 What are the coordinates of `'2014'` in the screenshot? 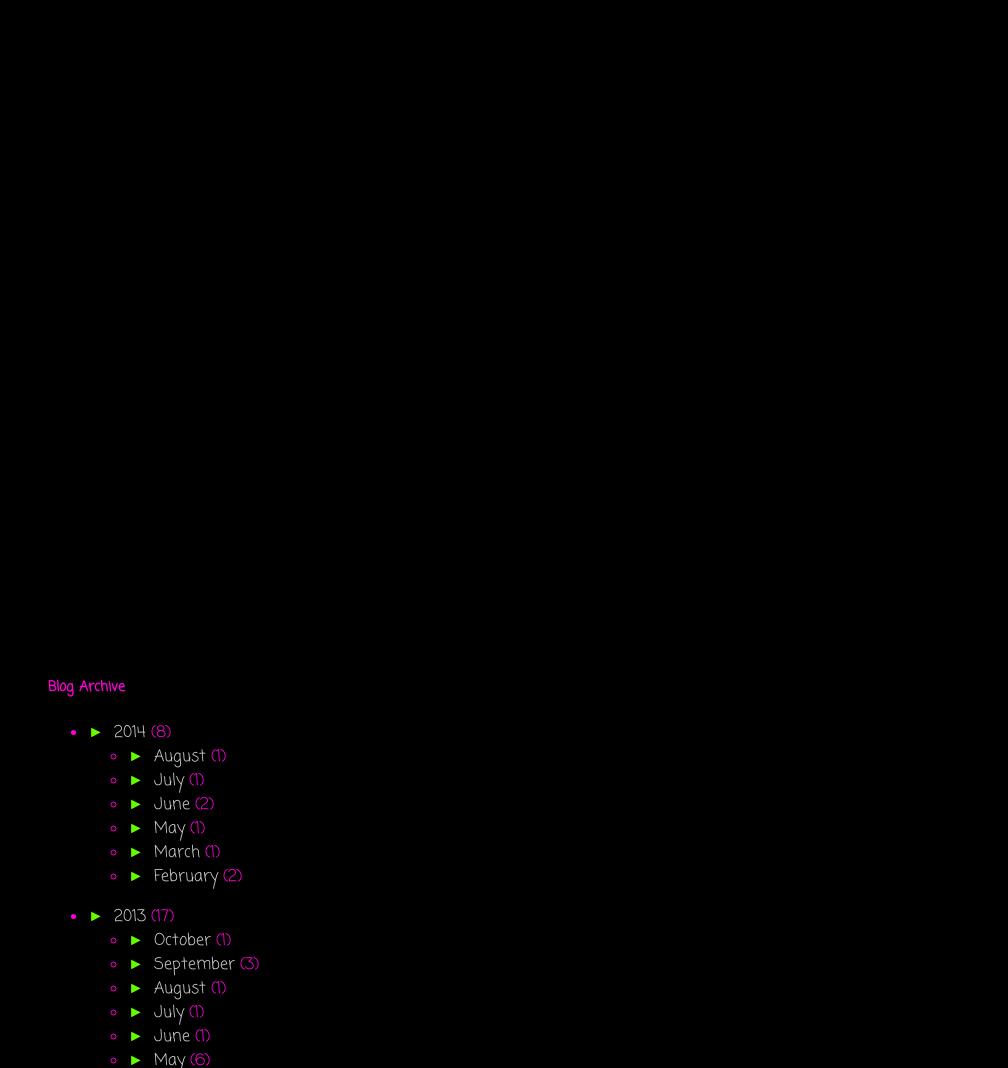 It's located at (131, 732).